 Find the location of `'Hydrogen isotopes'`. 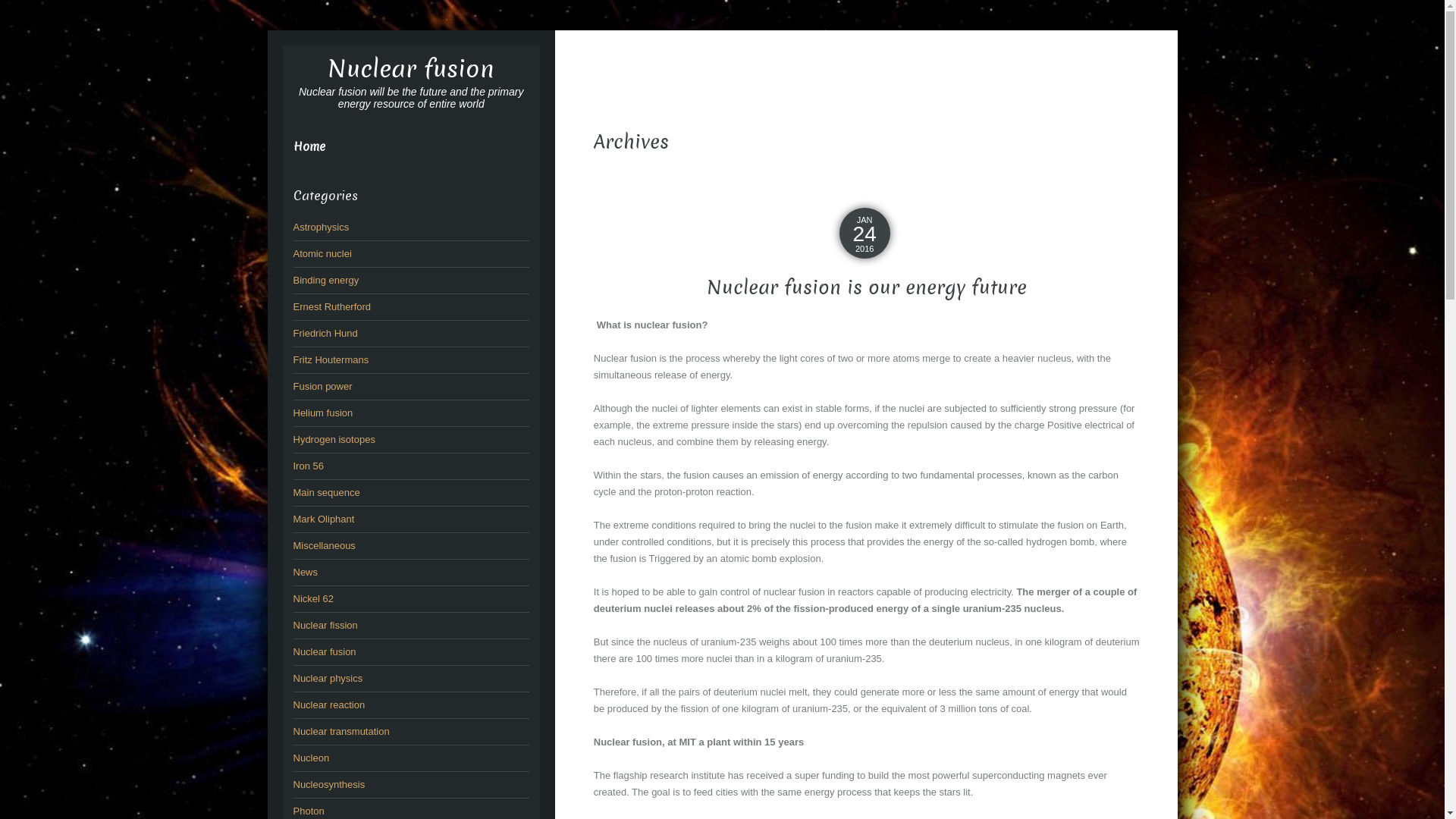

'Hydrogen isotopes' is located at coordinates (333, 439).